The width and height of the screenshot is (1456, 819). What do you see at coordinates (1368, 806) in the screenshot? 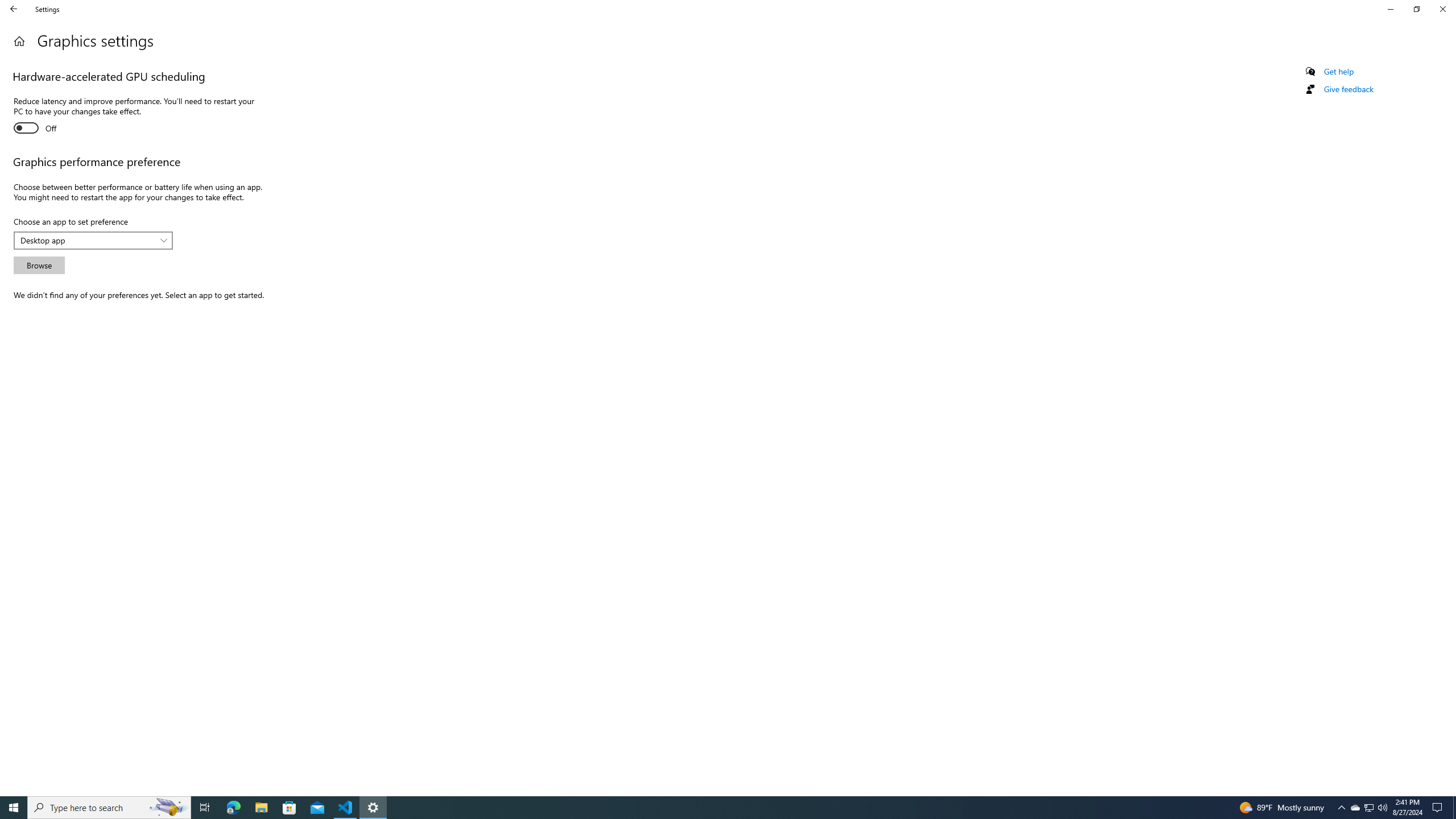
I see `'User Promoted Notification Area'` at bounding box center [1368, 806].